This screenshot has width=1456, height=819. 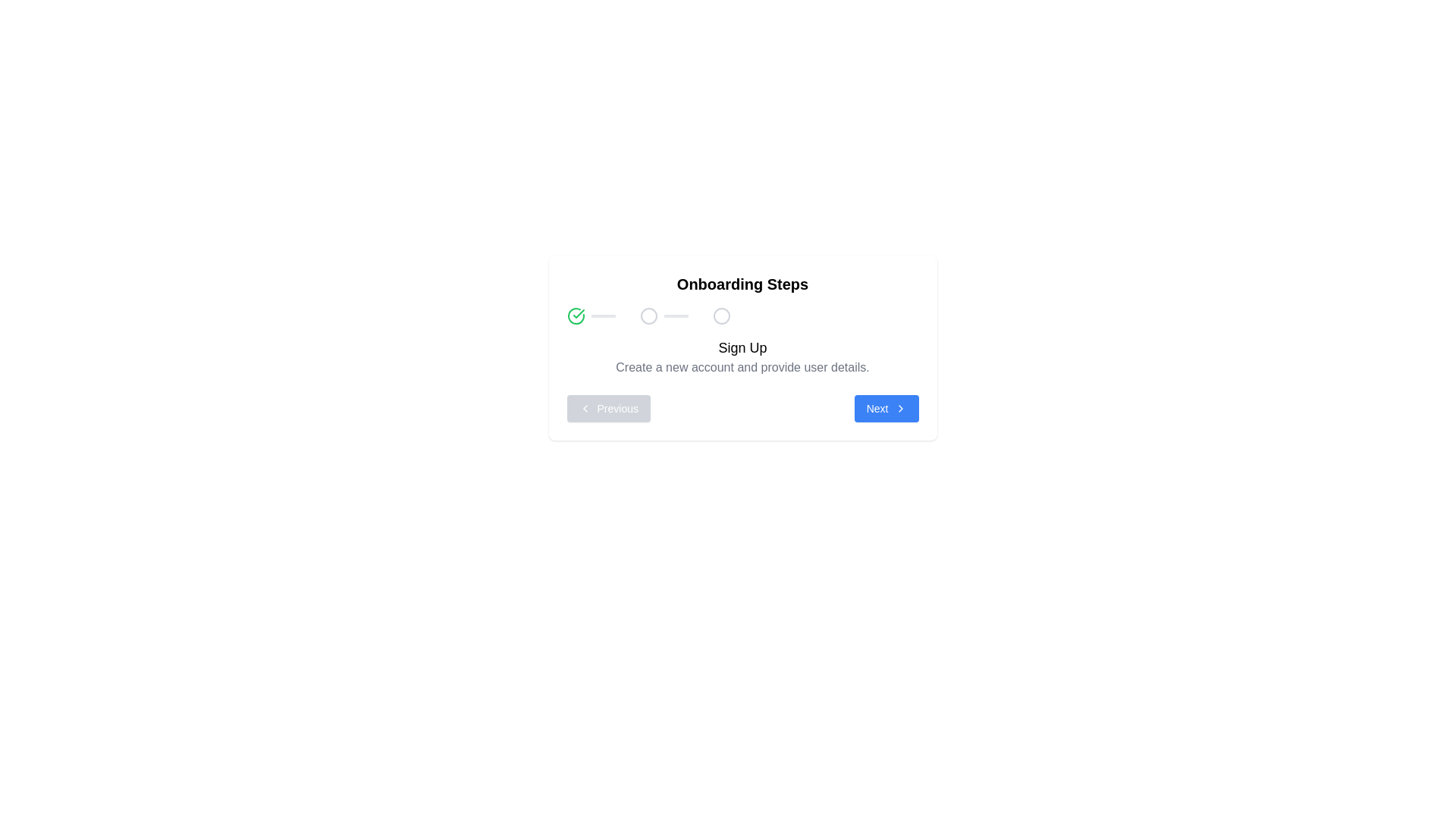 What do you see at coordinates (575, 315) in the screenshot?
I see `the top part of the circular icon indicating progression or success, which is the first of the three circular markers in the onboarding steps visual indicator` at bounding box center [575, 315].